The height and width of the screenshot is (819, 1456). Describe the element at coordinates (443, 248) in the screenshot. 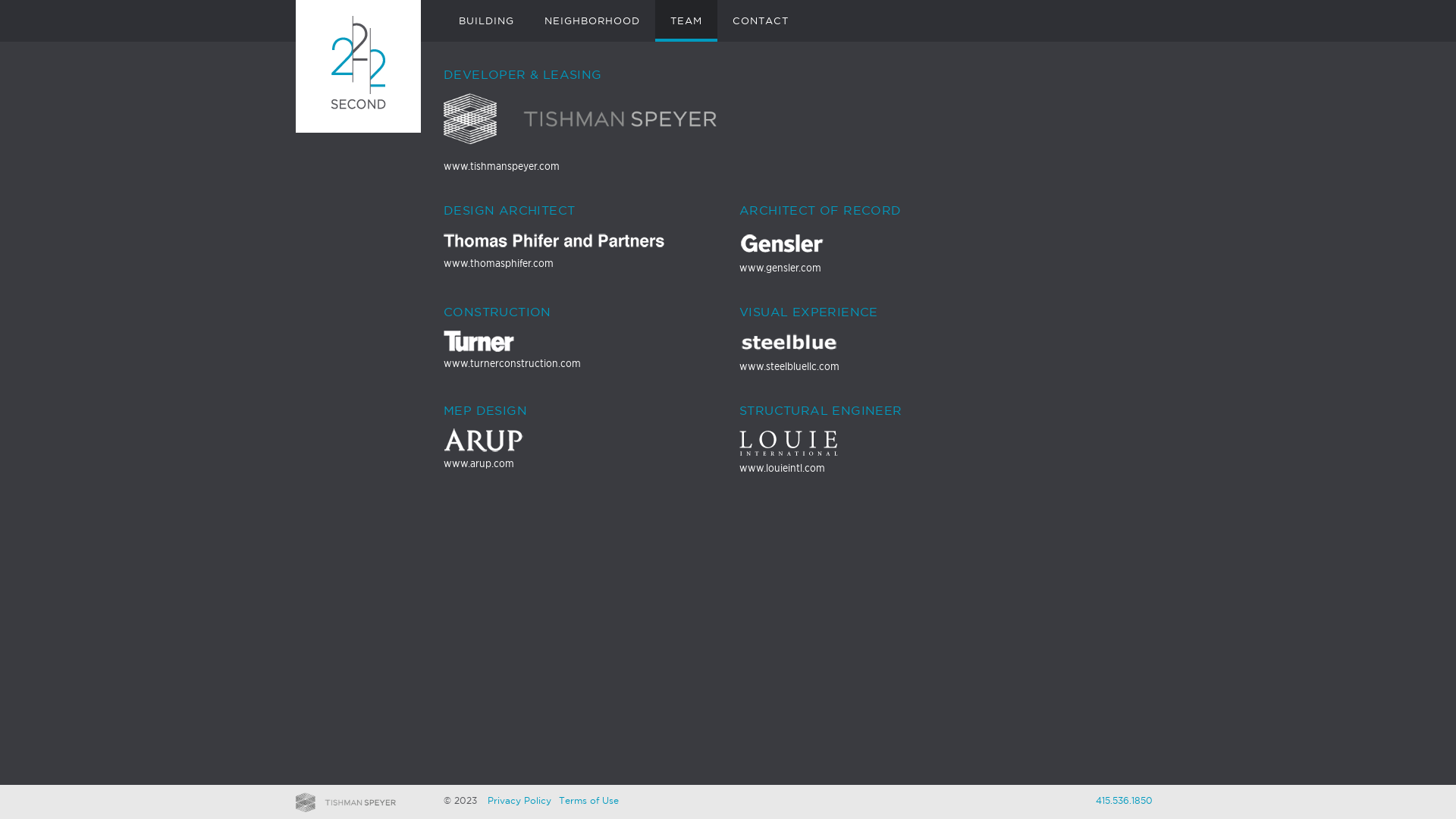

I see `'www.thomasphifer.com'` at that location.